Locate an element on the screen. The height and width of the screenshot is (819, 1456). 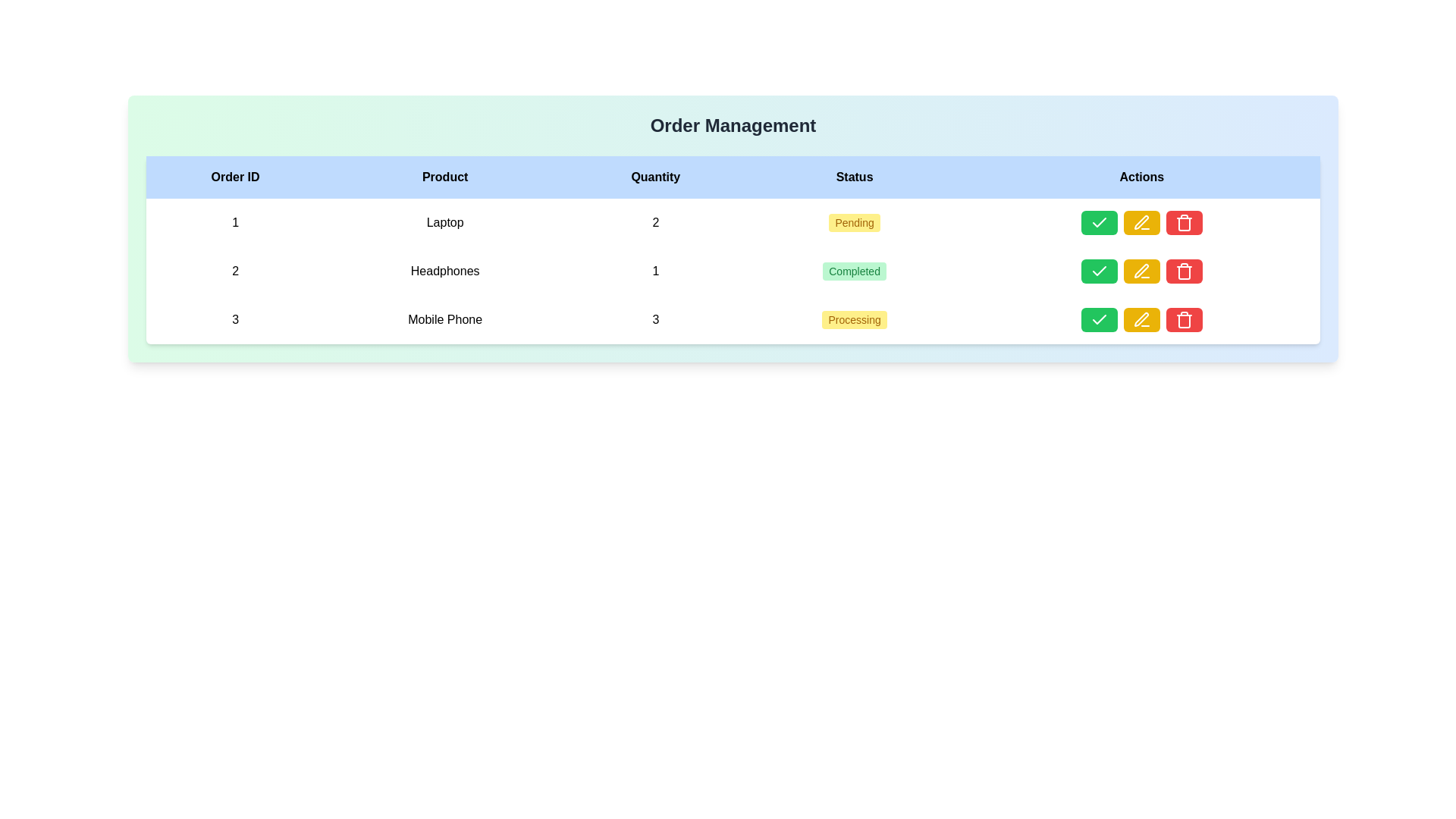
the displayed text of the completed status indicator tag located in the 'Status' column of the second row in the table is located at coordinates (855, 271).